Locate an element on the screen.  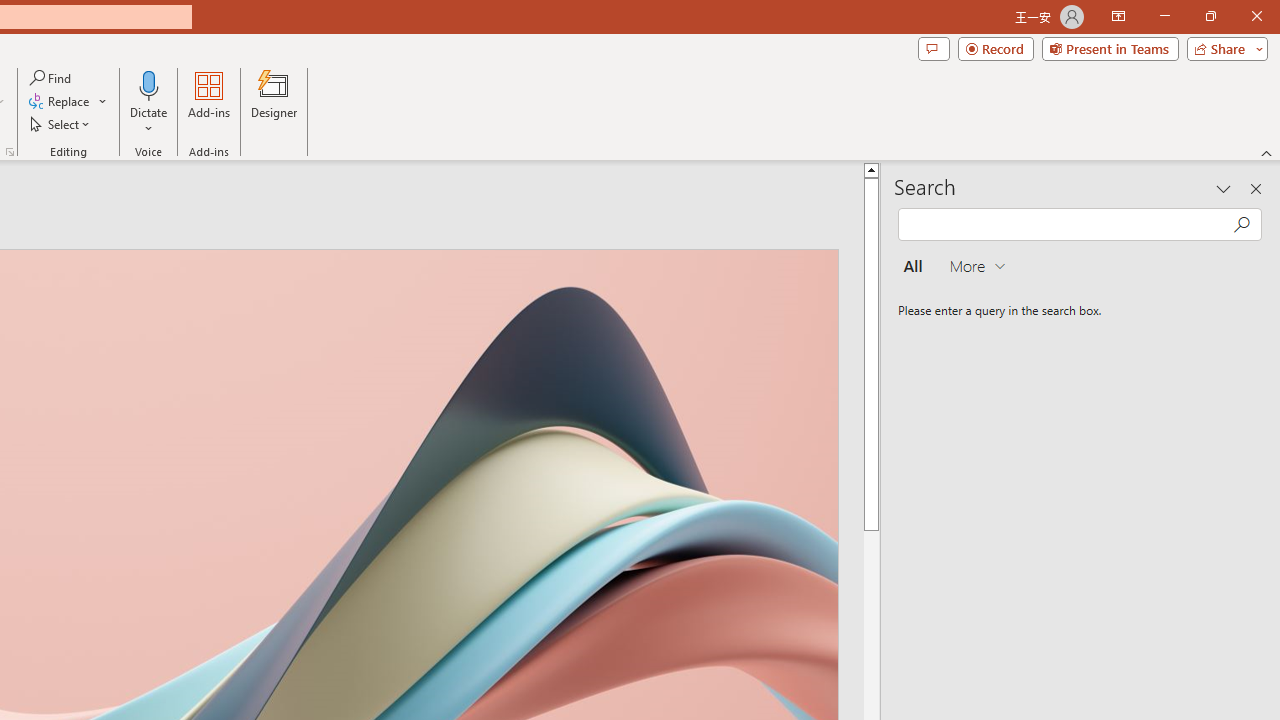
'Designer' is located at coordinates (273, 103).